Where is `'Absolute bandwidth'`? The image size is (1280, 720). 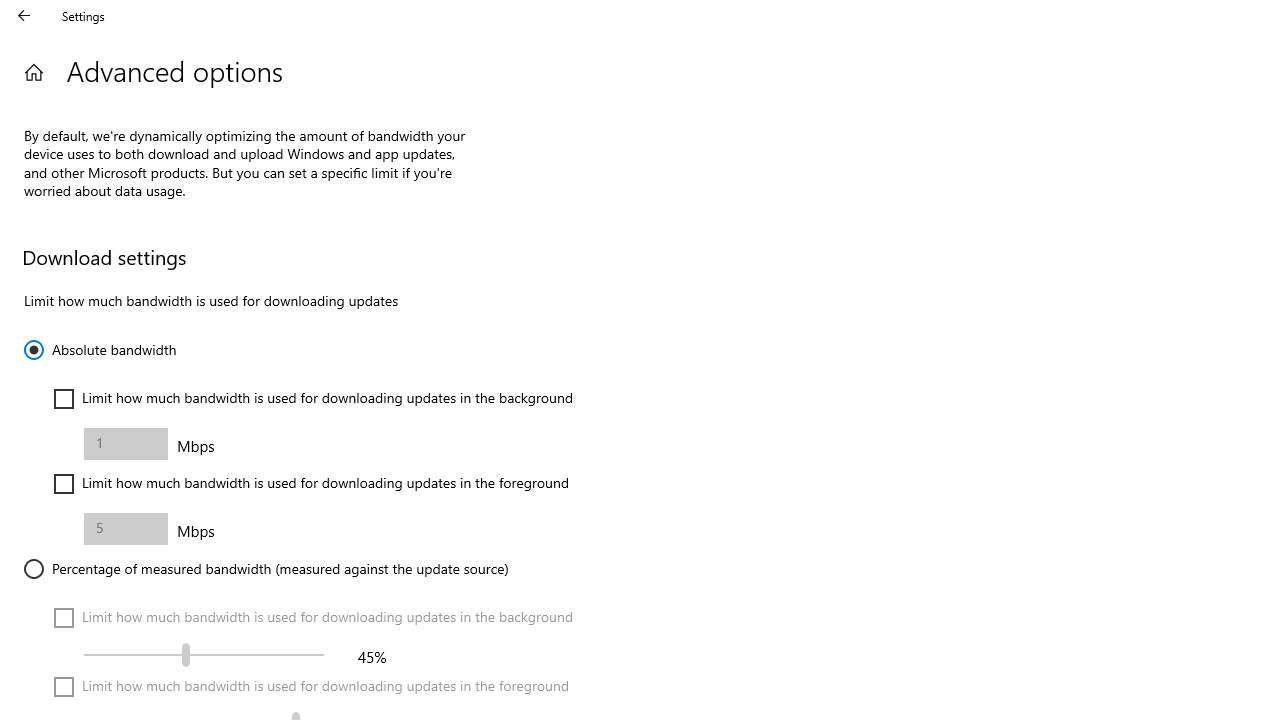
'Absolute bandwidth' is located at coordinates (99, 348).